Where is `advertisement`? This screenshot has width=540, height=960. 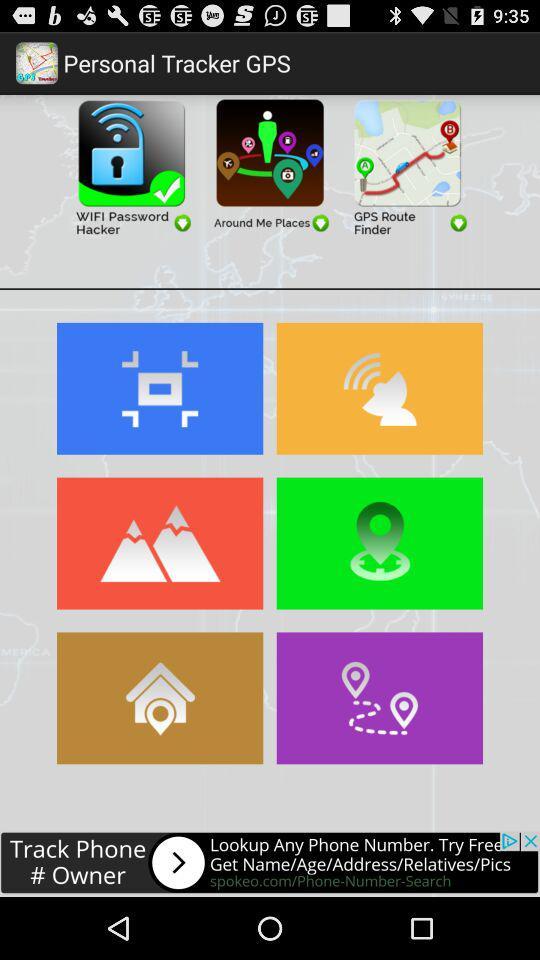
advertisement is located at coordinates (406, 164).